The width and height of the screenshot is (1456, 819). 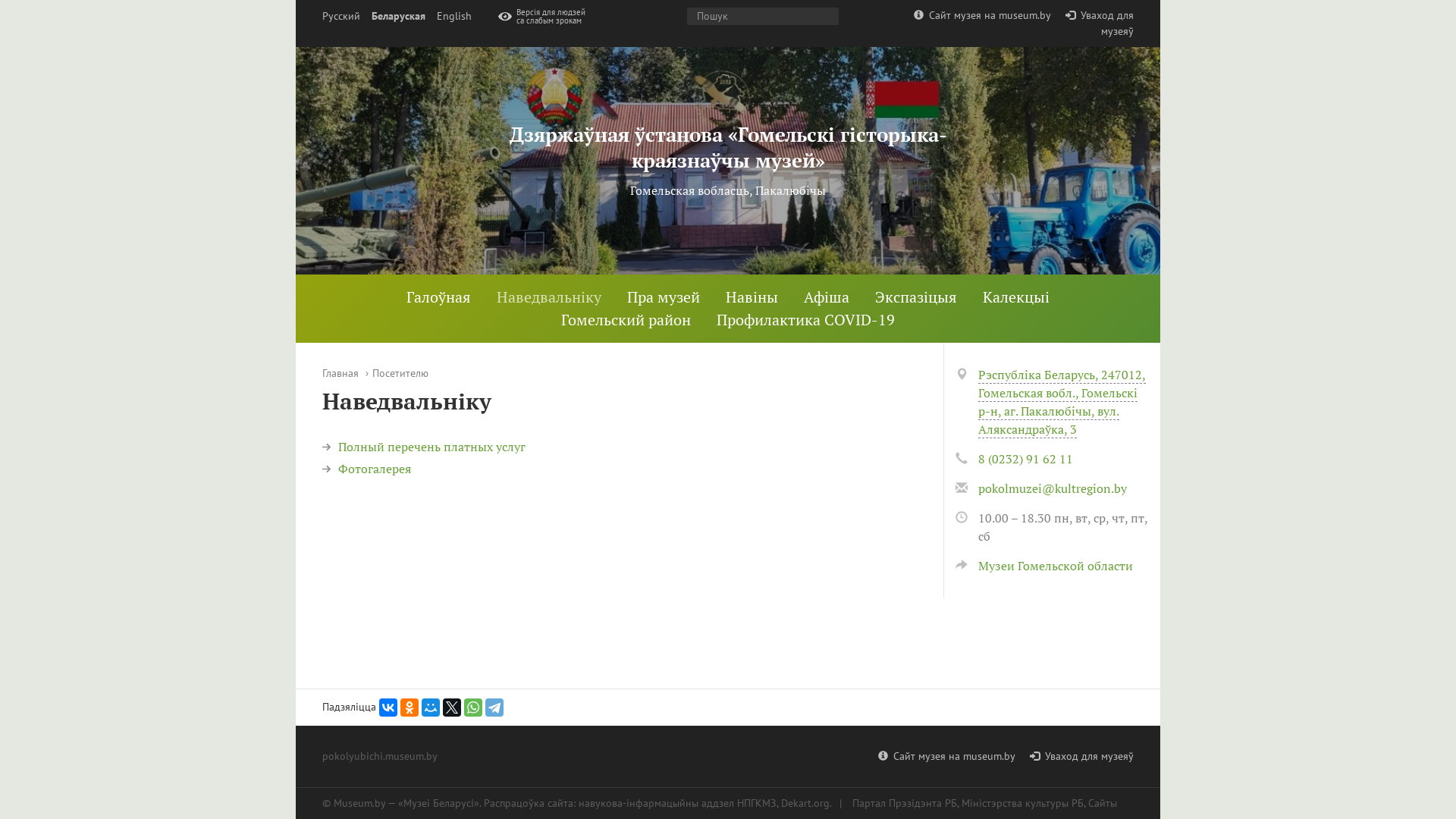 What do you see at coordinates (450, 708) in the screenshot?
I see `'Twitter'` at bounding box center [450, 708].